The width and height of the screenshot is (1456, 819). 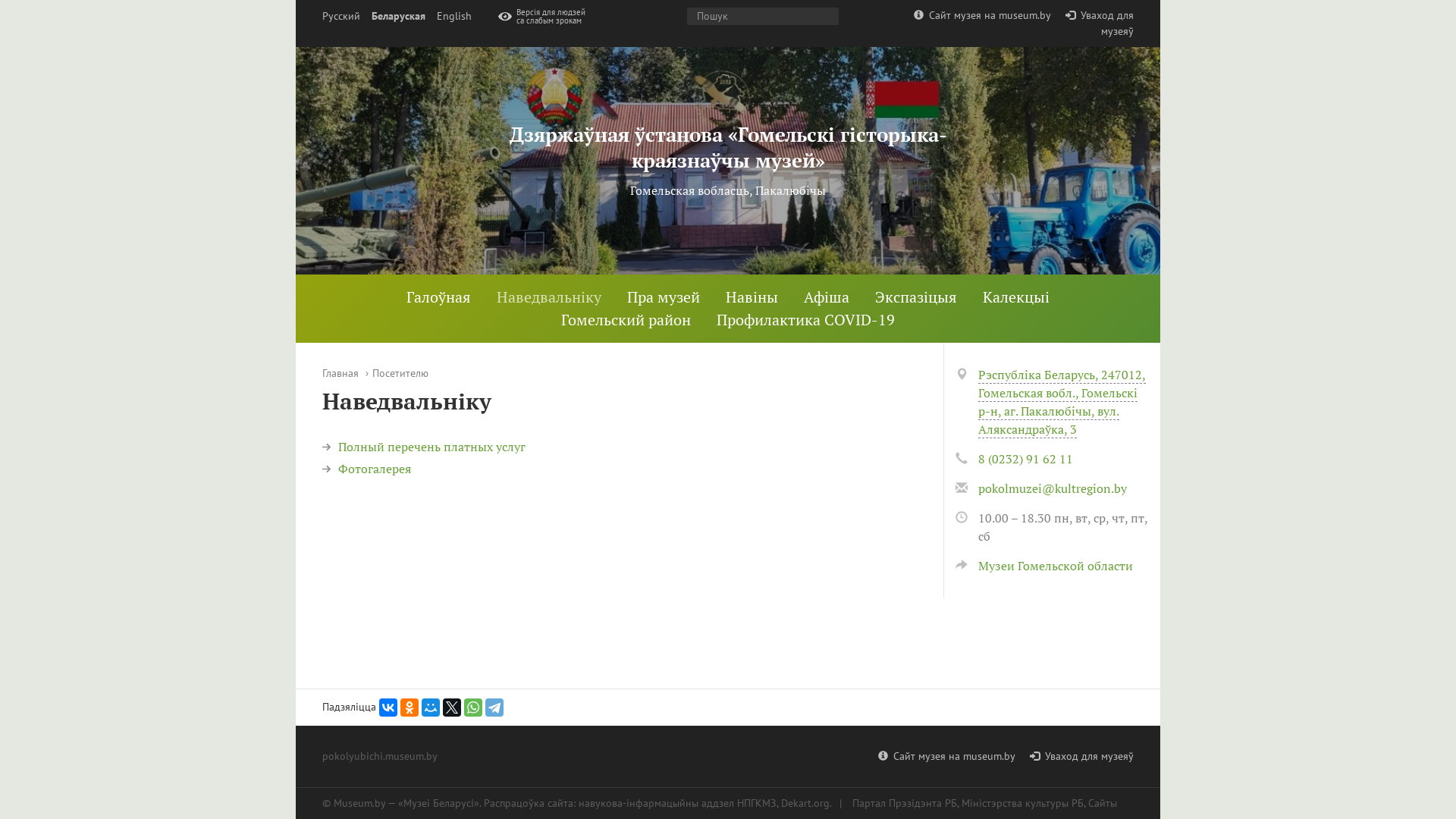 What do you see at coordinates (450, 708) in the screenshot?
I see `'Twitter'` at bounding box center [450, 708].